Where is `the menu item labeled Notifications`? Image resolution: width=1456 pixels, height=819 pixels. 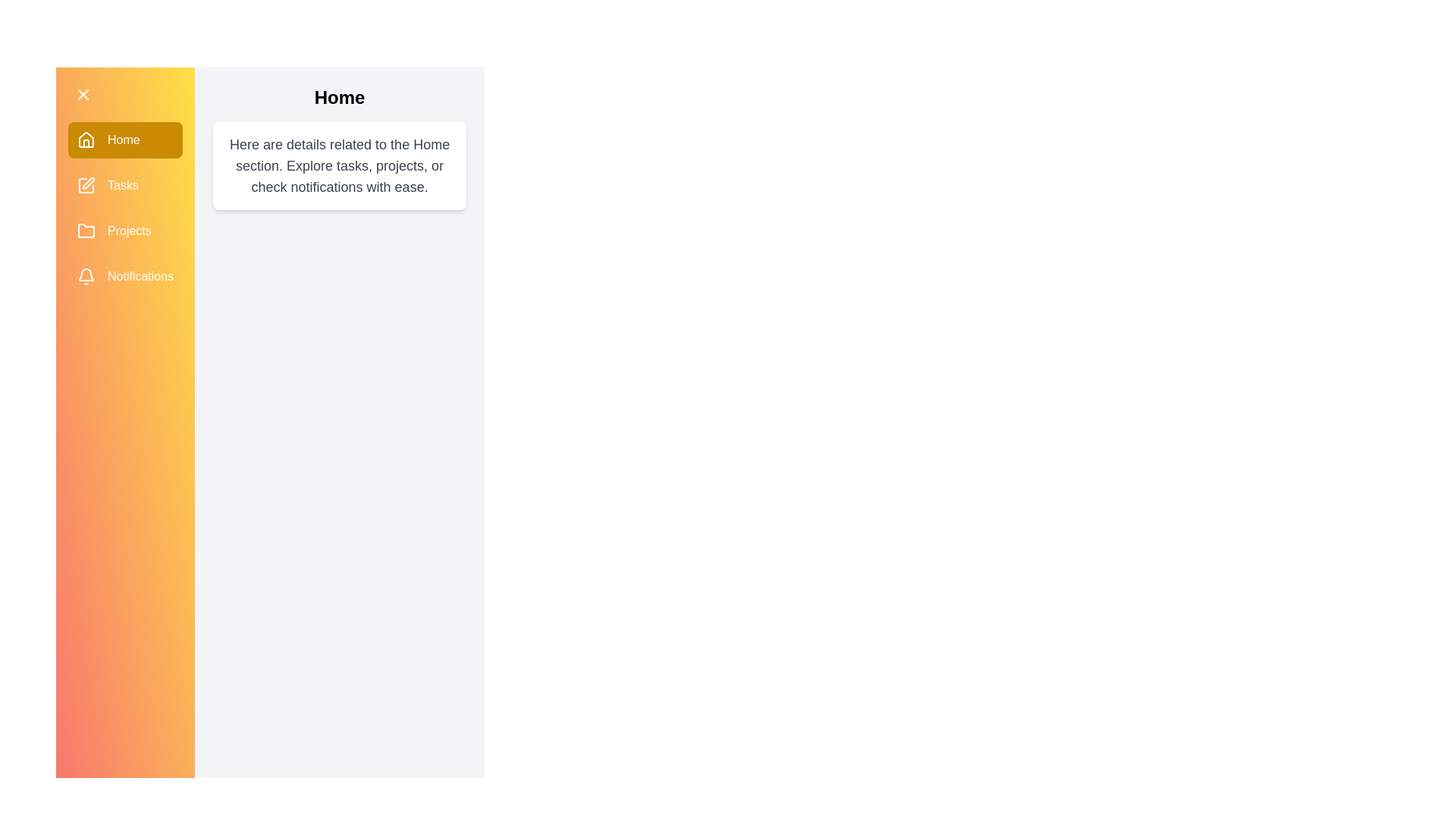
the menu item labeled Notifications is located at coordinates (124, 277).